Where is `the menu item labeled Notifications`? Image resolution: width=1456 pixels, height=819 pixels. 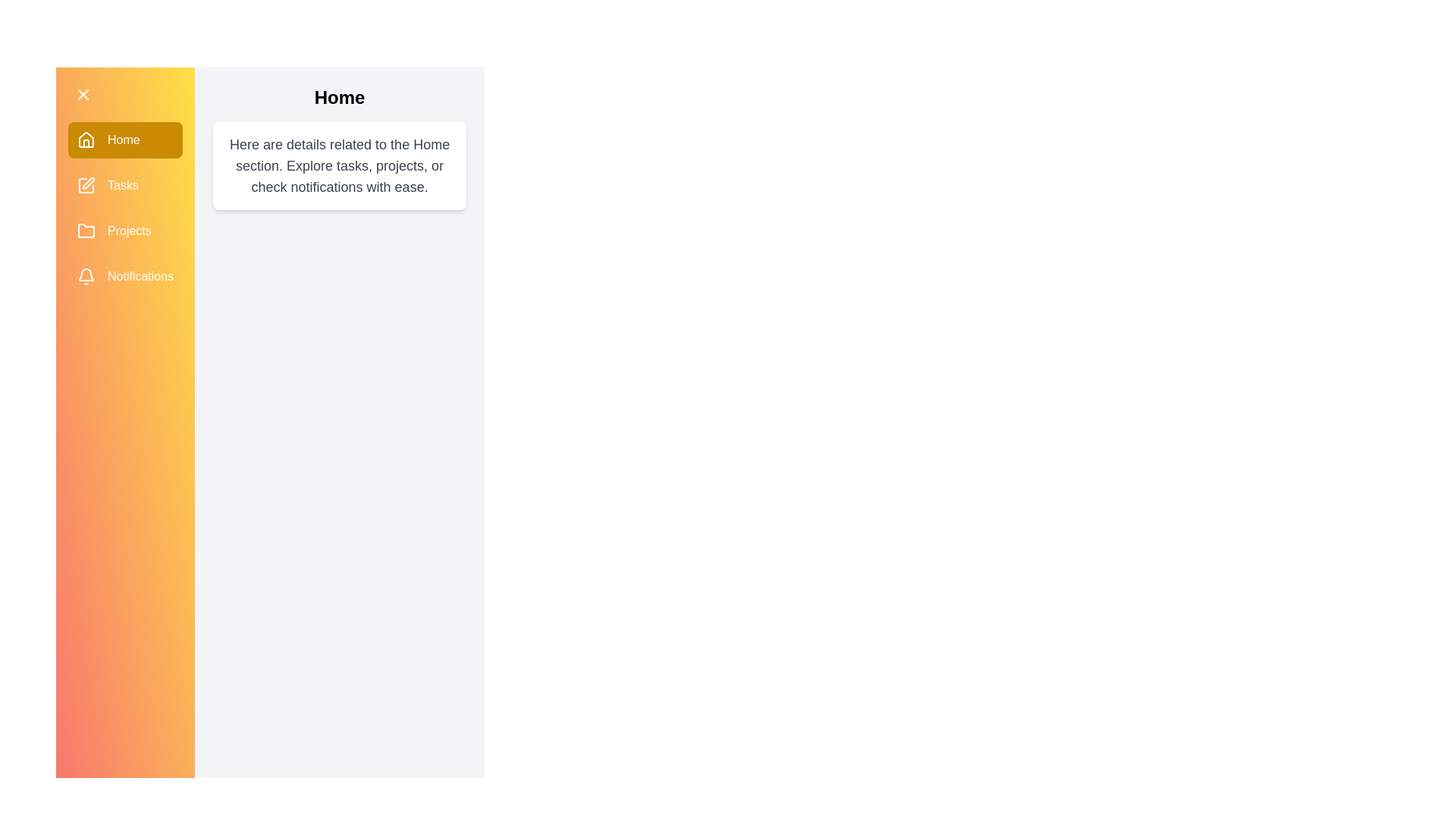
the menu item labeled Notifications is located at coordinates (124, 277).